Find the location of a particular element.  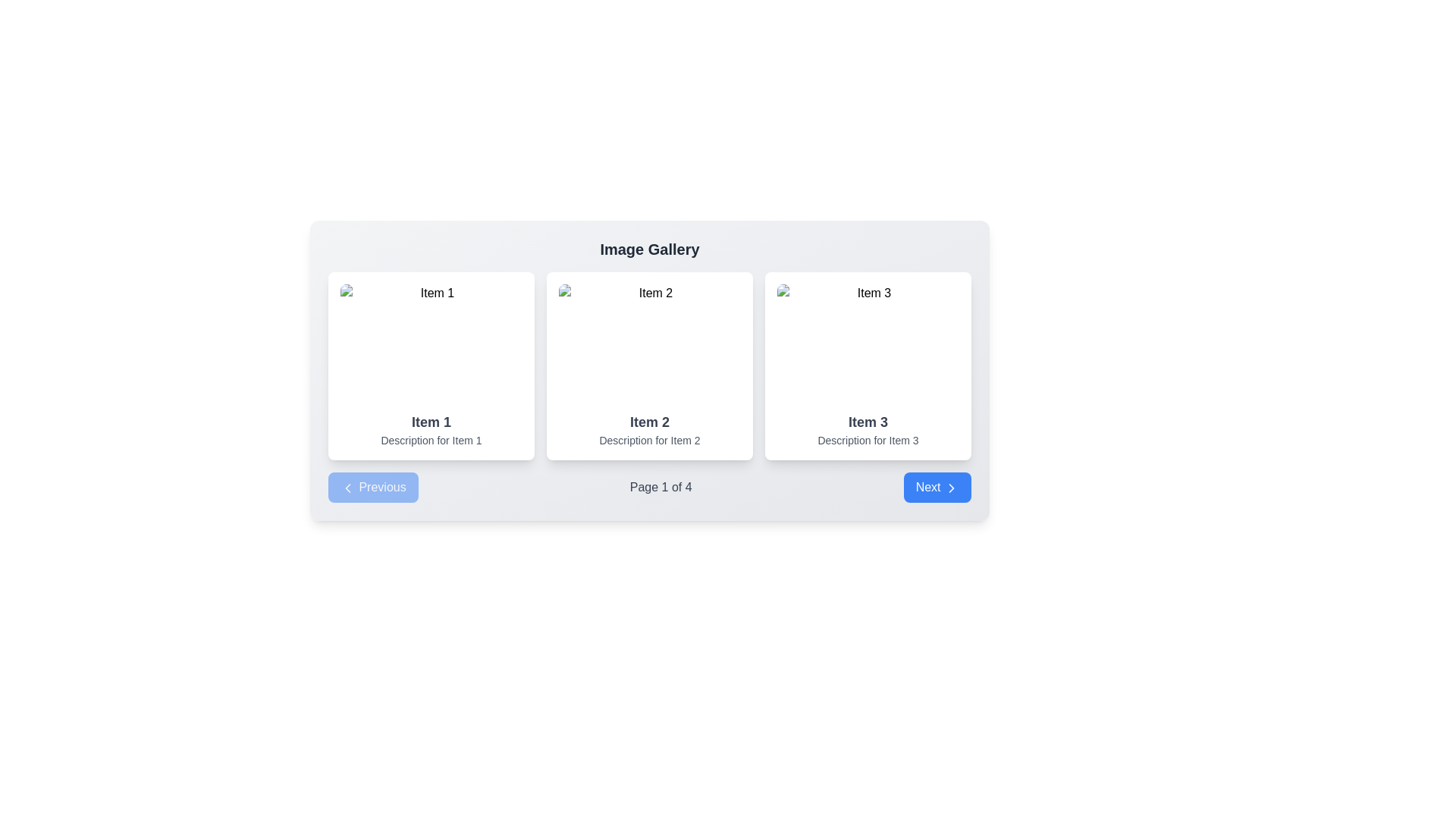

on the centrally located grid layout containing three card components in the 'Image Gallery' section is located at coordinates (650, 366).